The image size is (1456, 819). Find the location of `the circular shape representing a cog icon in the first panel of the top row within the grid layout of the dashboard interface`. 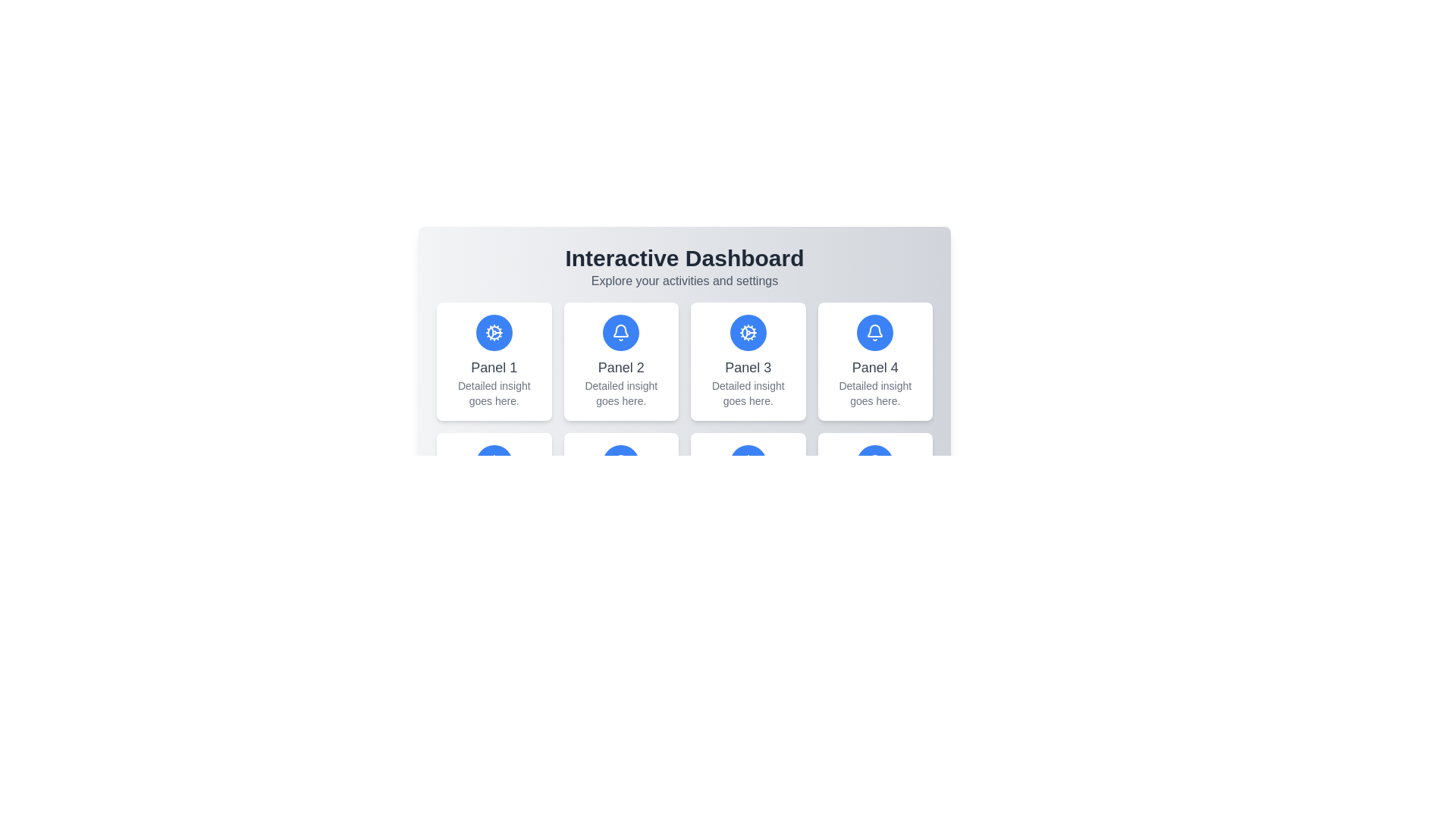

the circular shape representing a cog icon in the first panel of the top row within the grid layout of the dashboard interface is located at coordinates (494, 462).